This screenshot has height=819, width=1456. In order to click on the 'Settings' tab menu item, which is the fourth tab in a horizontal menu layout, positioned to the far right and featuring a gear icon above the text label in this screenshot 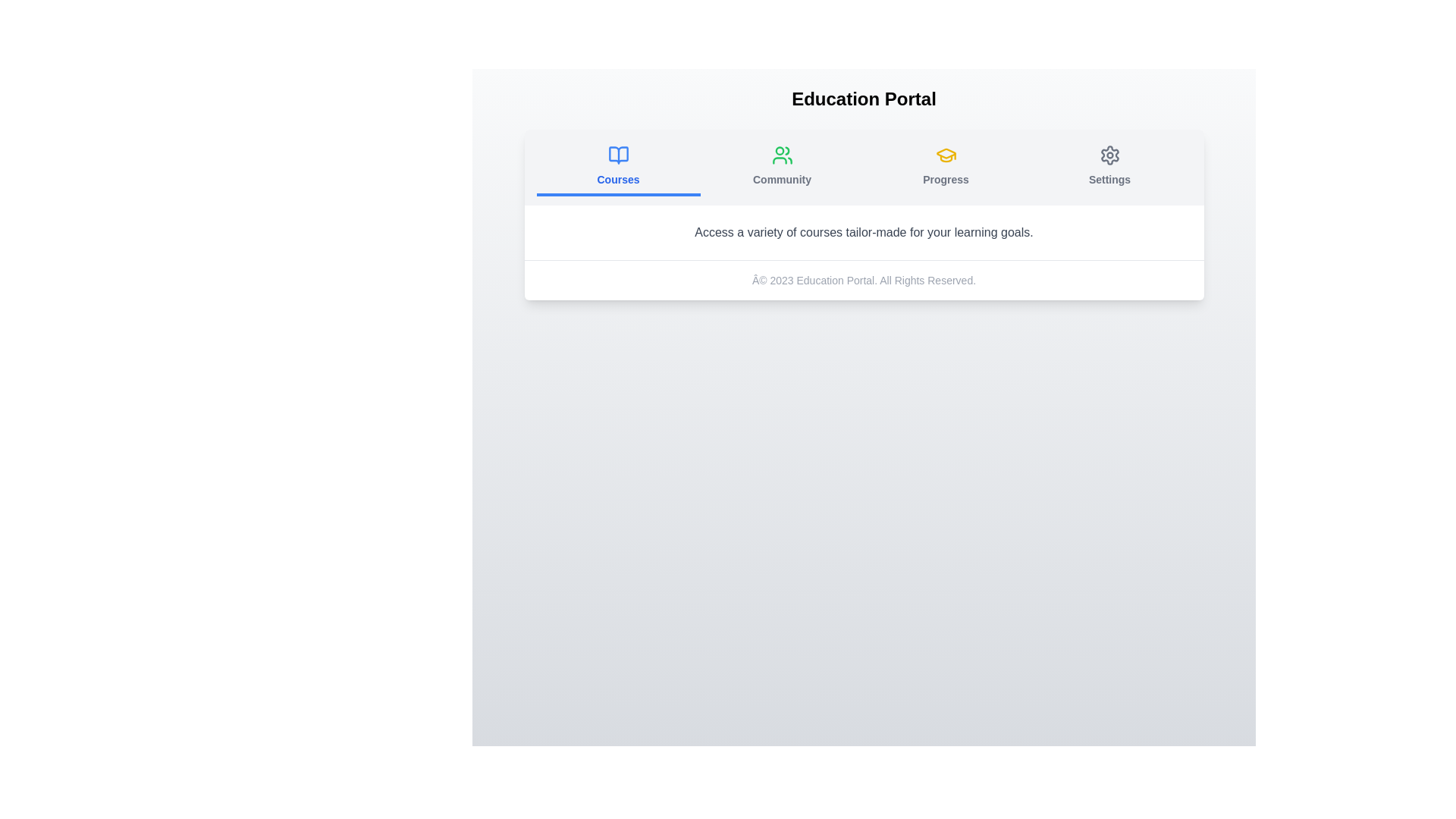, I will do `click(1109, 167)`.